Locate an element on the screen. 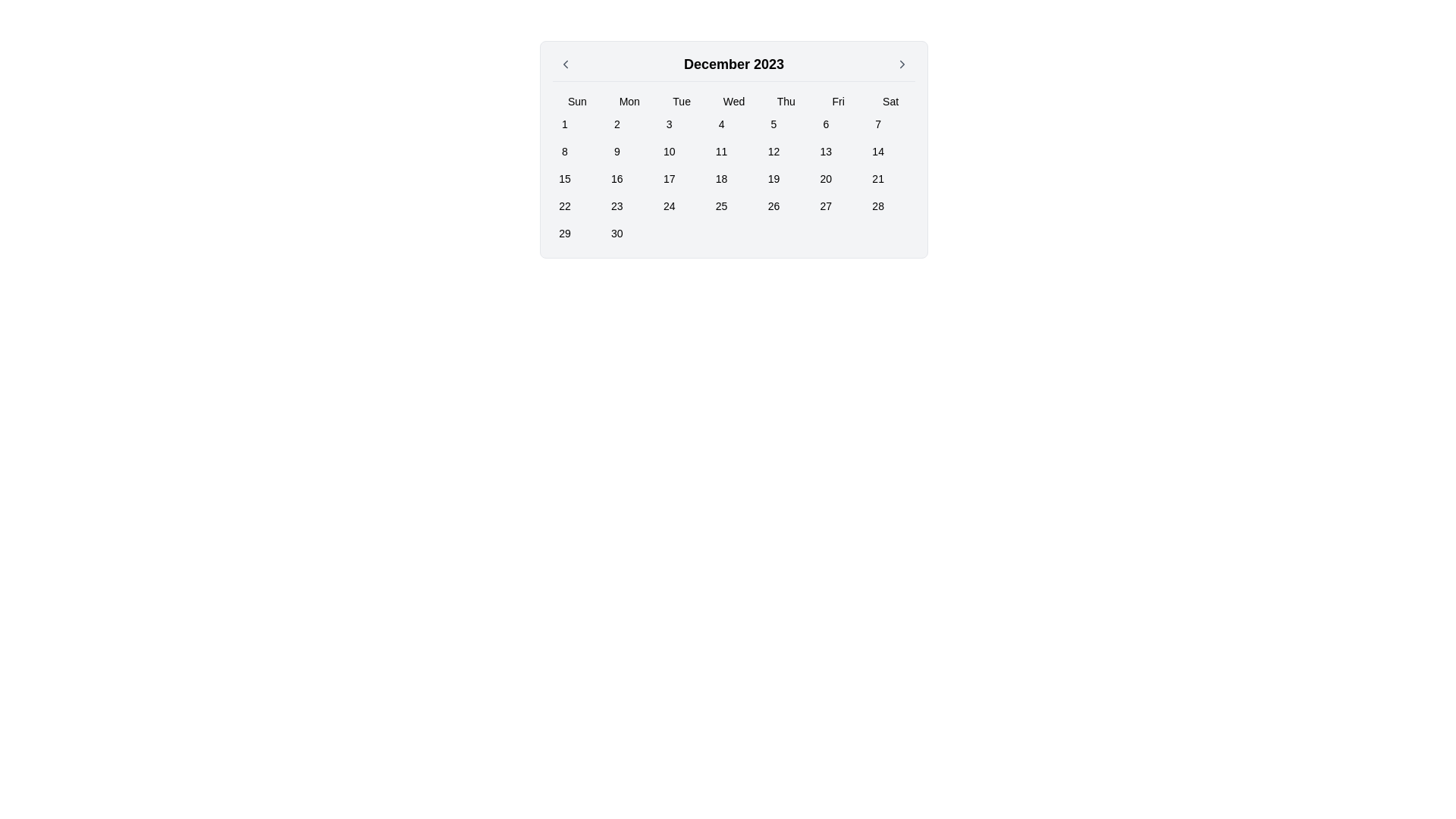  a specific day in the interactive calendar grid layout located under the 'December 2023' title is located at coordinates (734, 169).